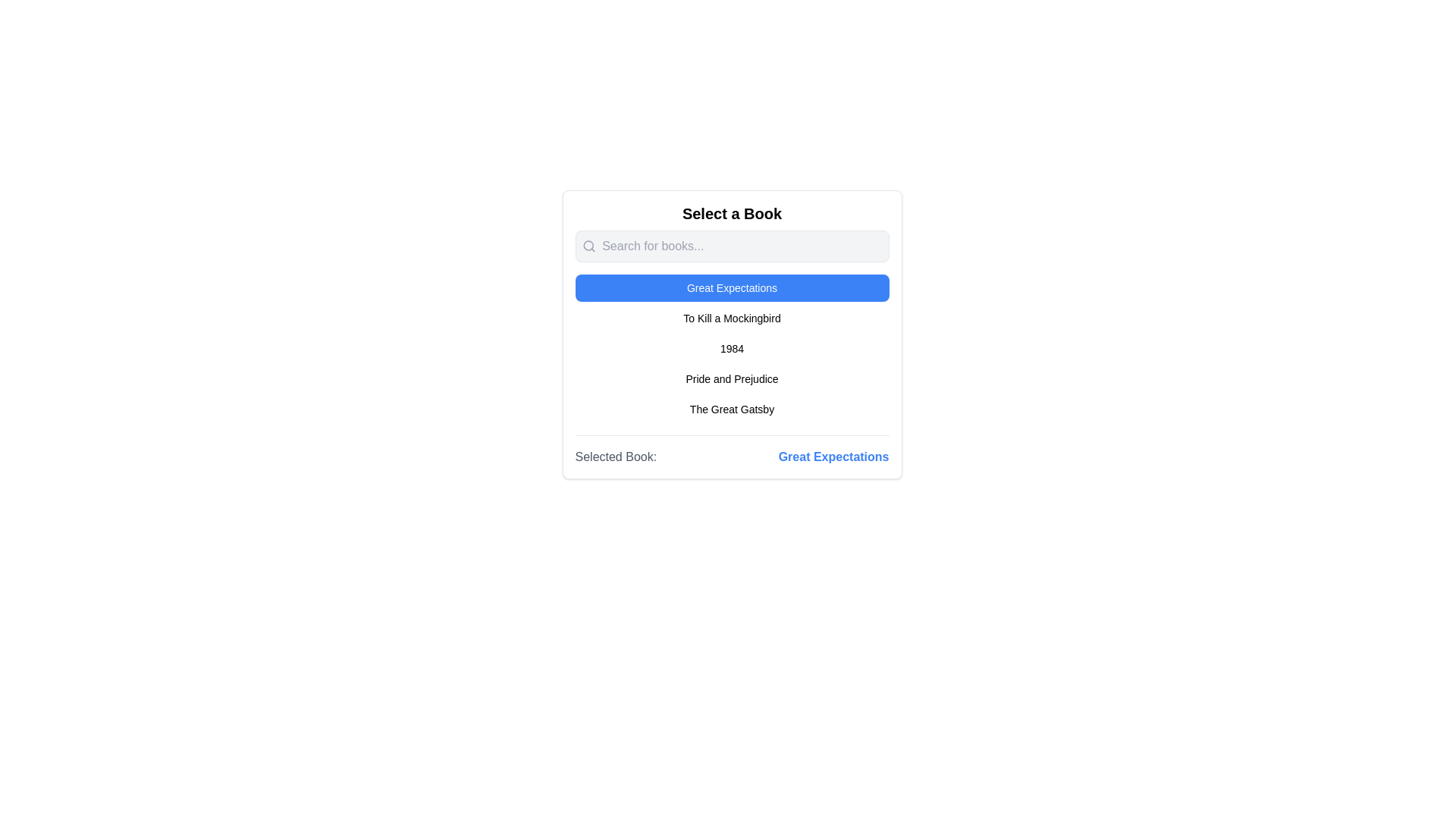 This screenshot has width=1456, height=819. Describe the element at coordinates (732, 288) in the screenshot. I see `the button for the book titled 'Great Expectations'` at that location.